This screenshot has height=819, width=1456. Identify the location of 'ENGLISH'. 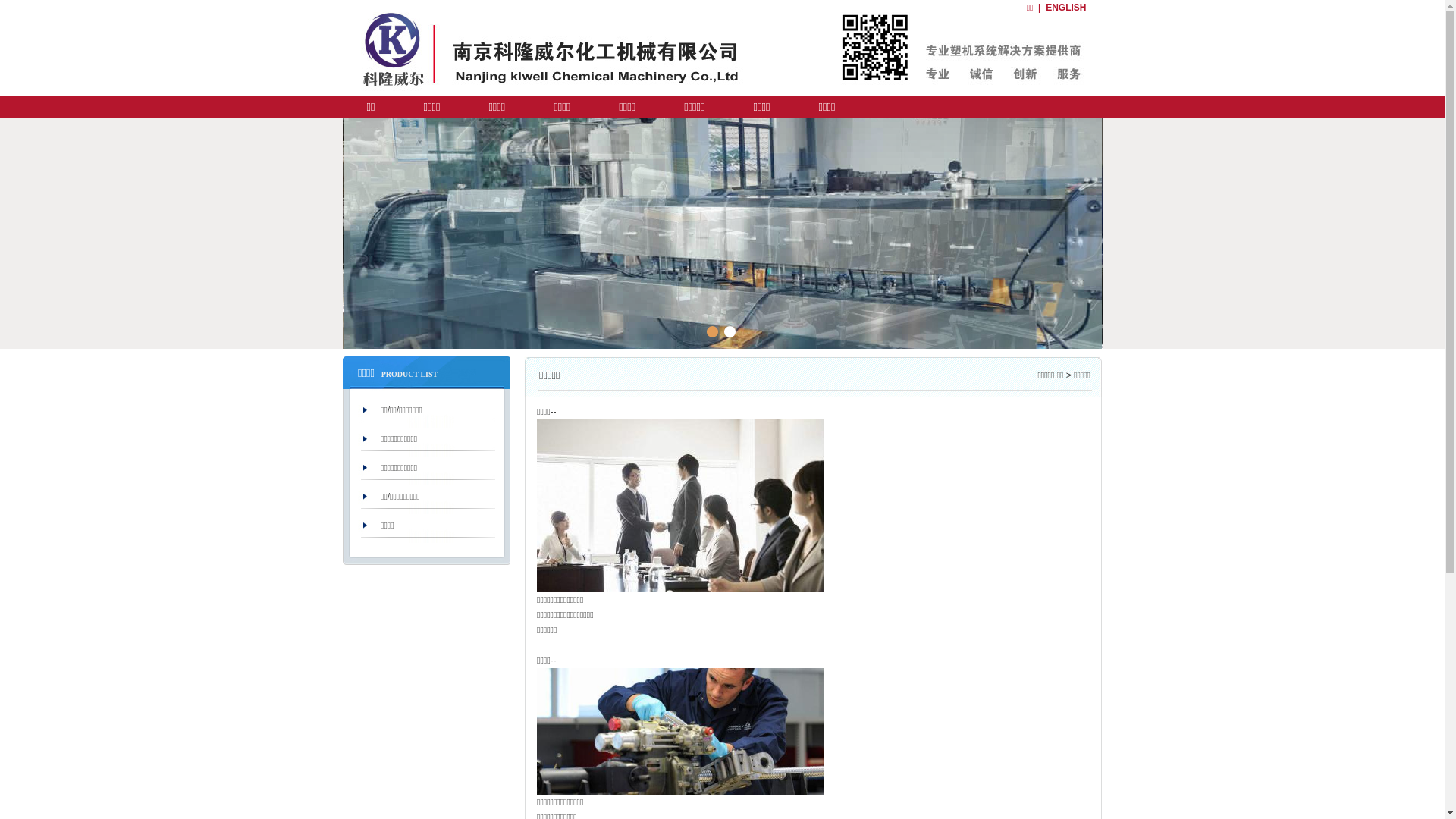
(1065, 8).